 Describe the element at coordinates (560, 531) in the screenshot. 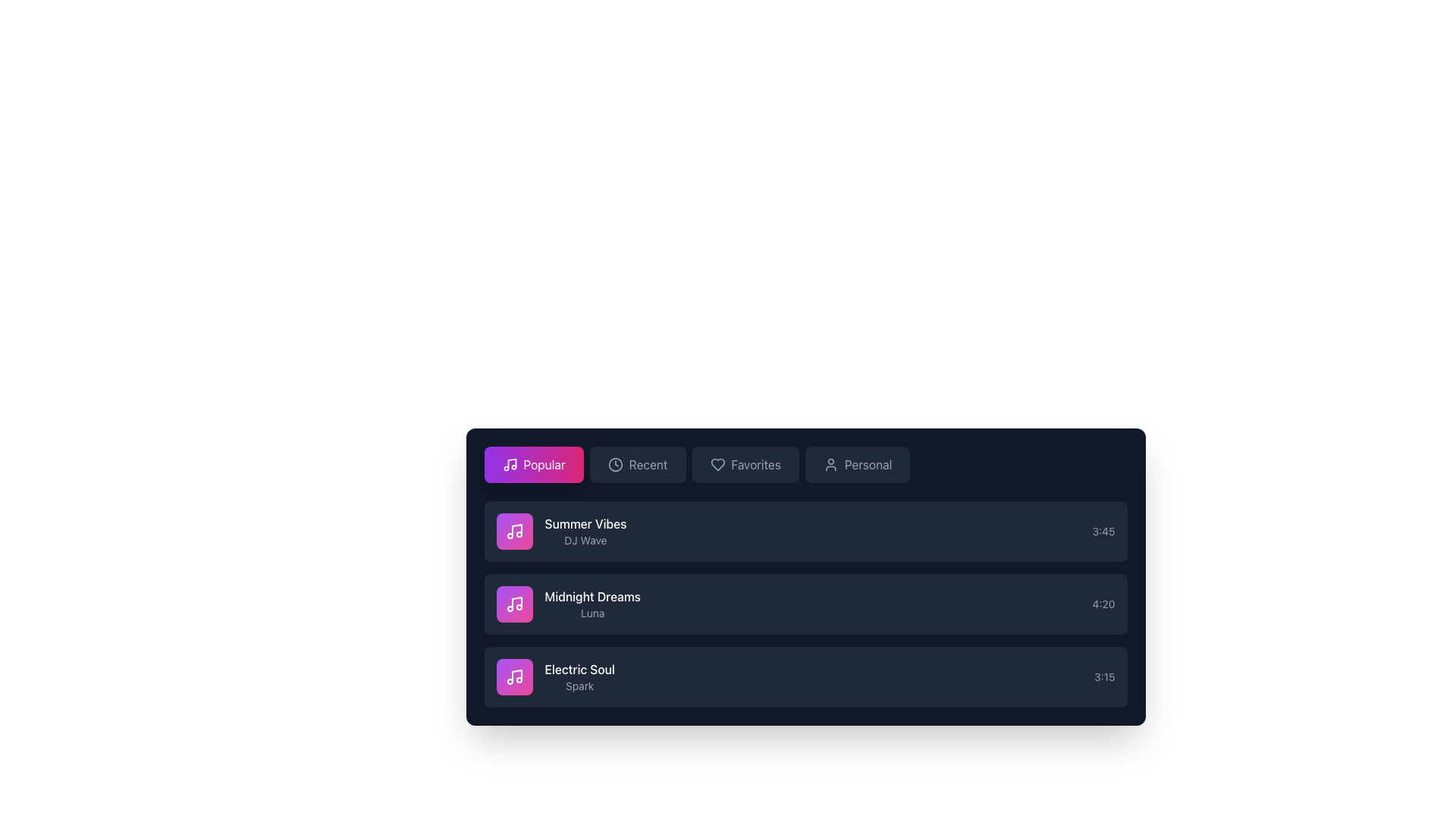

I see `the 'Summer Vibes' text block that displays 'DJ Wave'` at that location.